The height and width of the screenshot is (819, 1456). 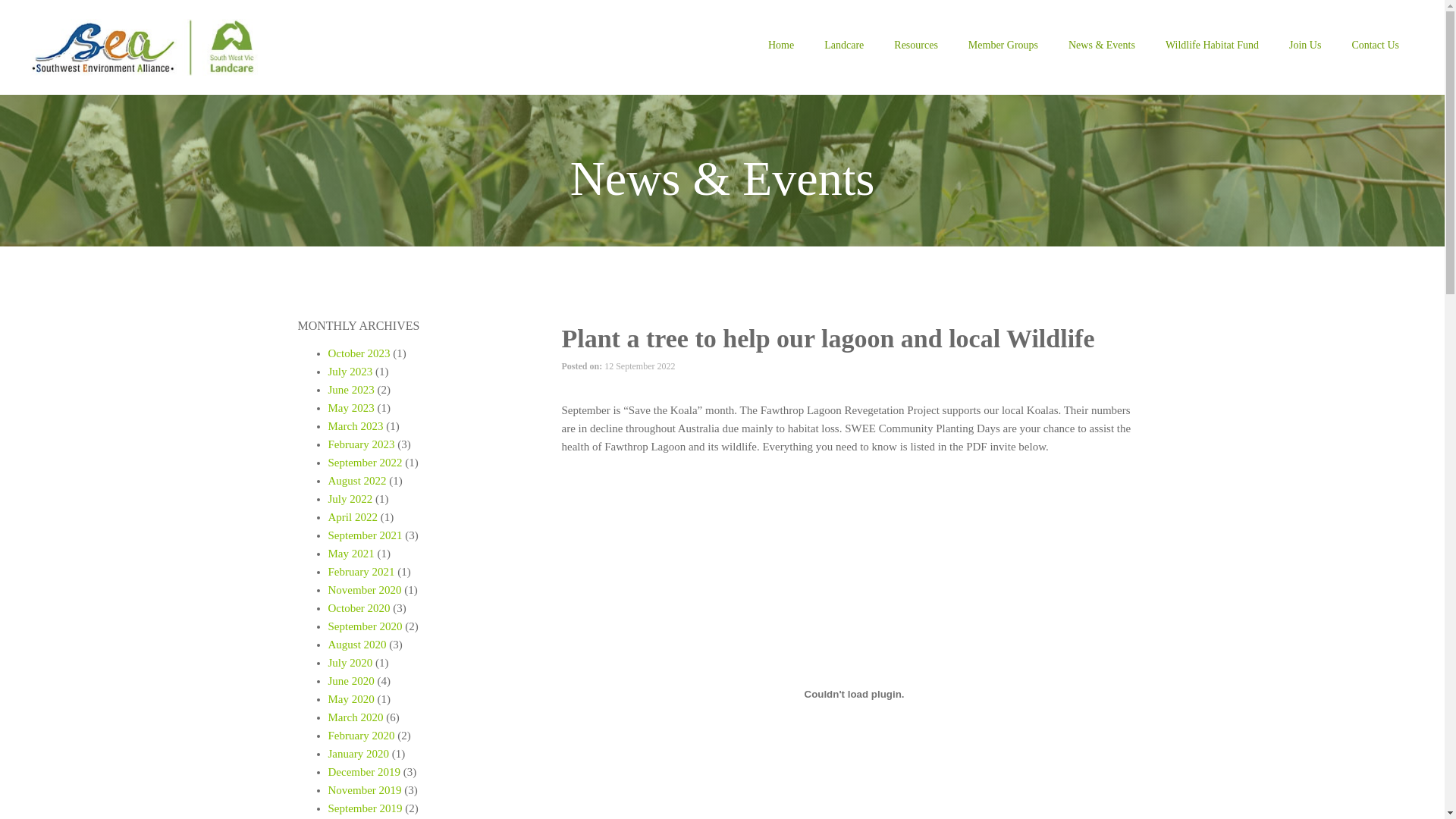 What do you see at coordinates (350, 553) in the screenshot?
I see `'May 2021'` at bounding box center [350, 553].